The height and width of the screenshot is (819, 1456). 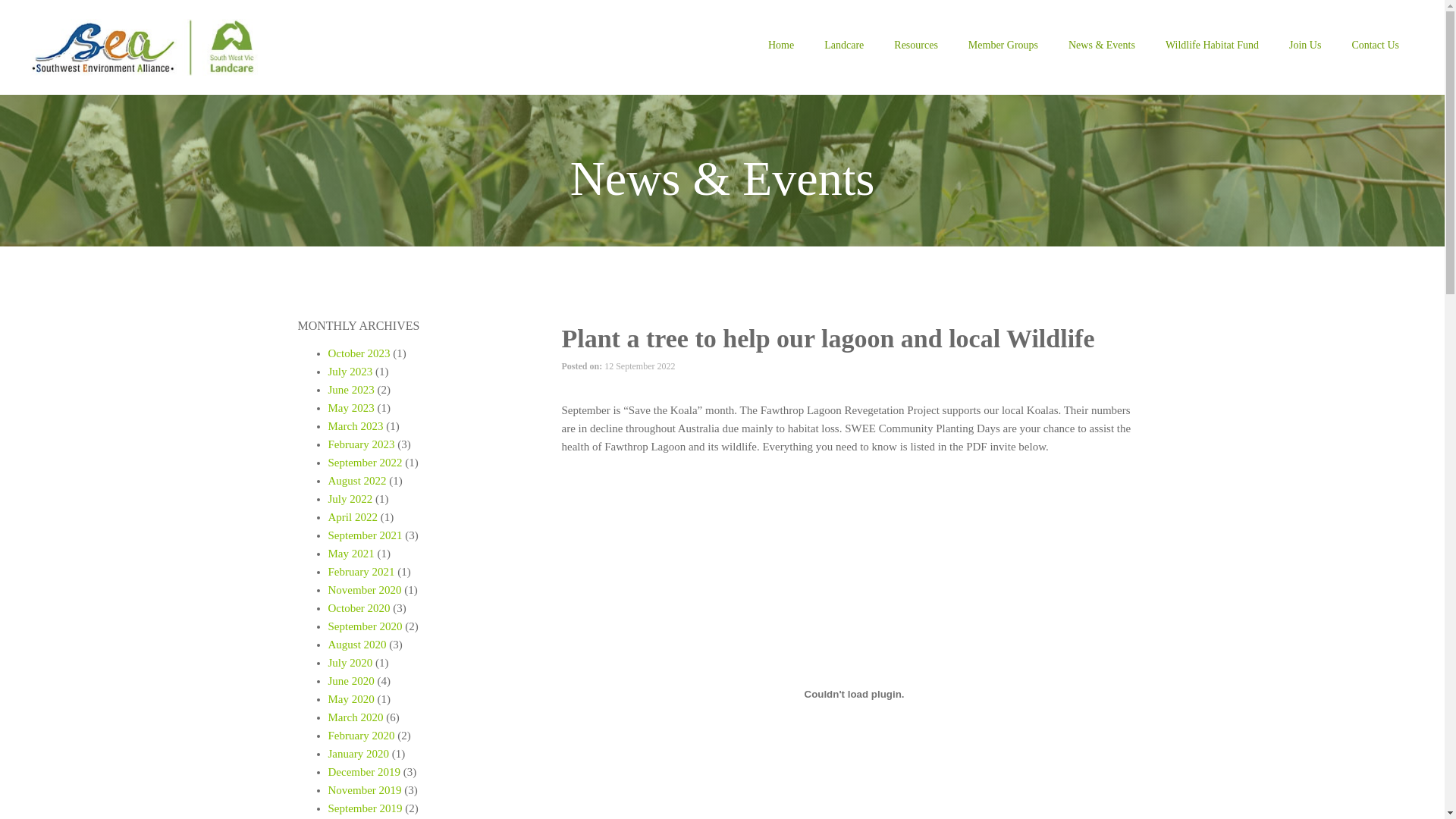 What do you see at coordinates (350, 553) in the screenshot?
I see `'May 2021'` at bounding box center [350, 553].